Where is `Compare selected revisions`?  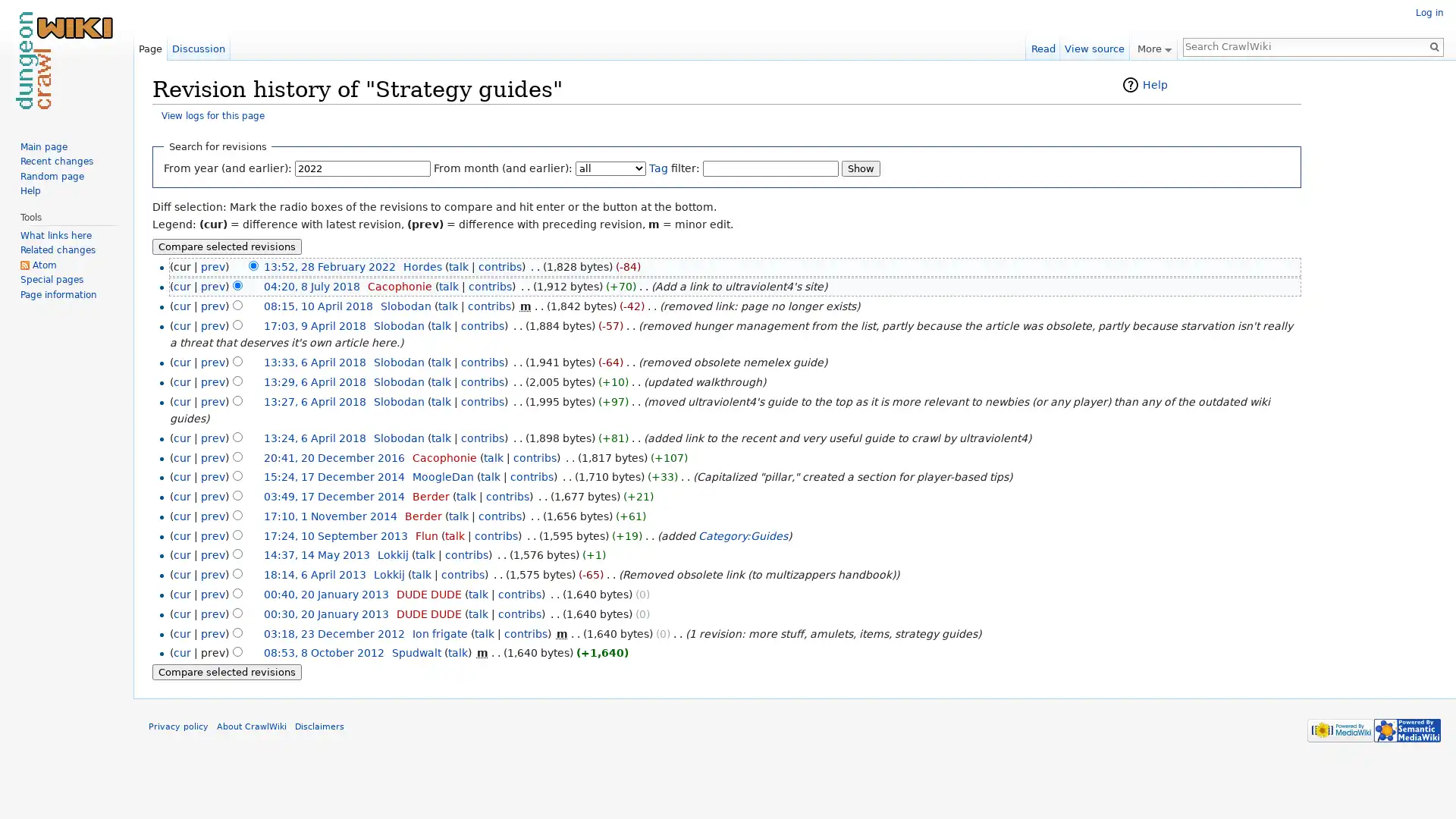
Compare selected revisions is located at coordinates (226, 245).